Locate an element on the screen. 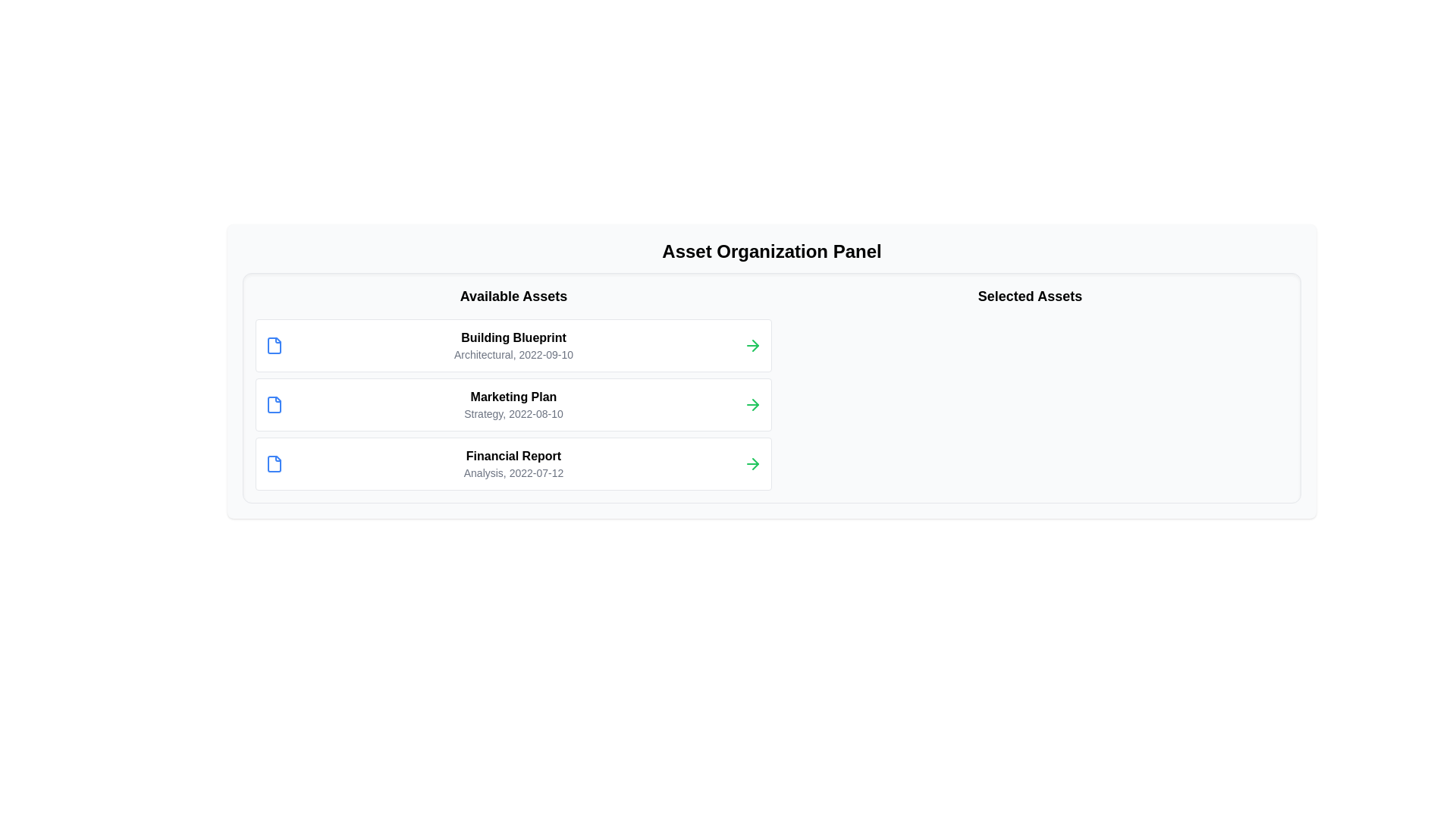  detailed information displayed in the text block labeled 'Building Blueprint' with subheader 'Architectural, 2022-09-10', which is centrally aligned within its white card in the 'Available Assets' section is located at coordinates (513, 345).